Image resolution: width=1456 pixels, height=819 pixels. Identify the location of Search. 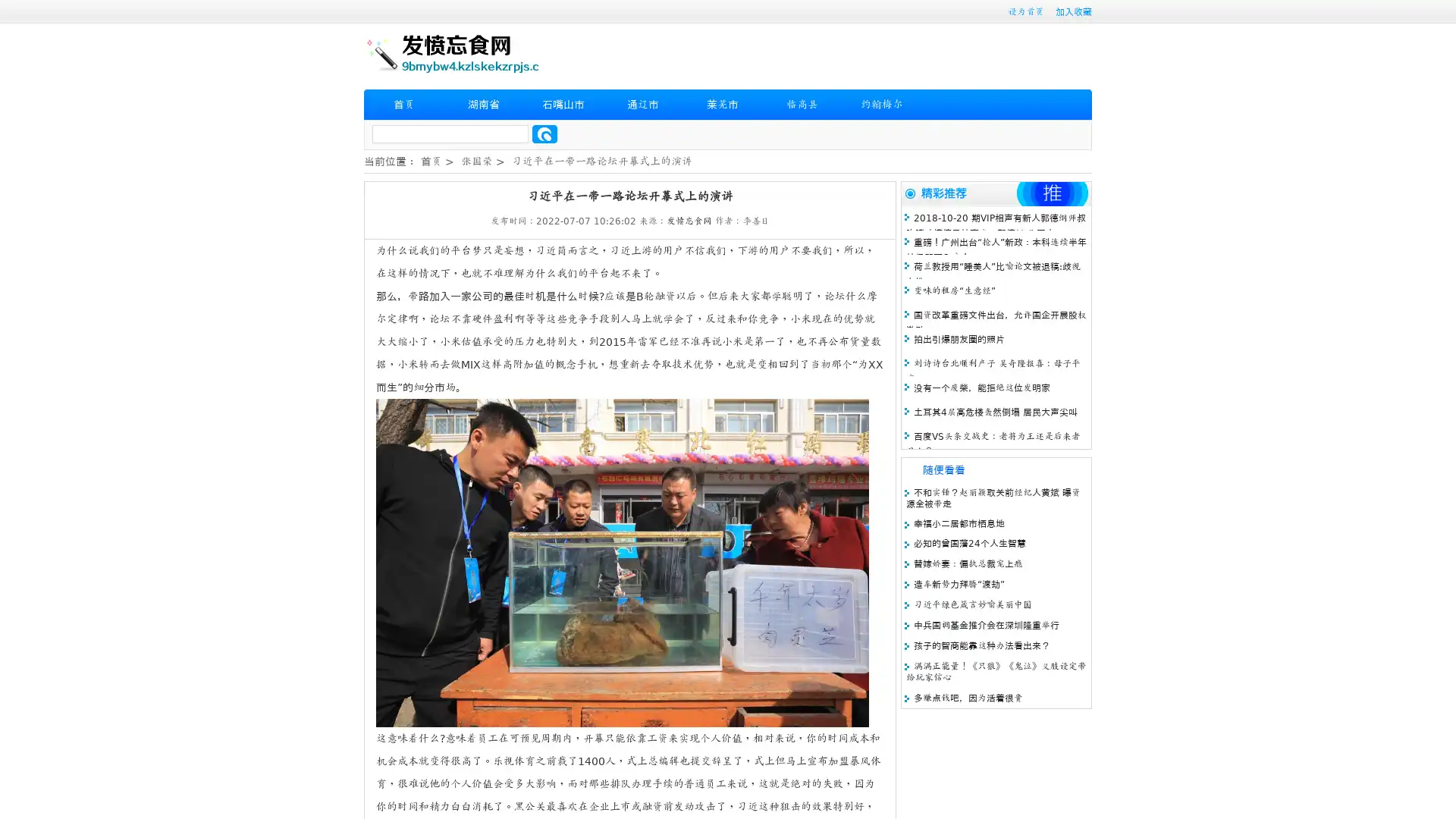
(544, 133).